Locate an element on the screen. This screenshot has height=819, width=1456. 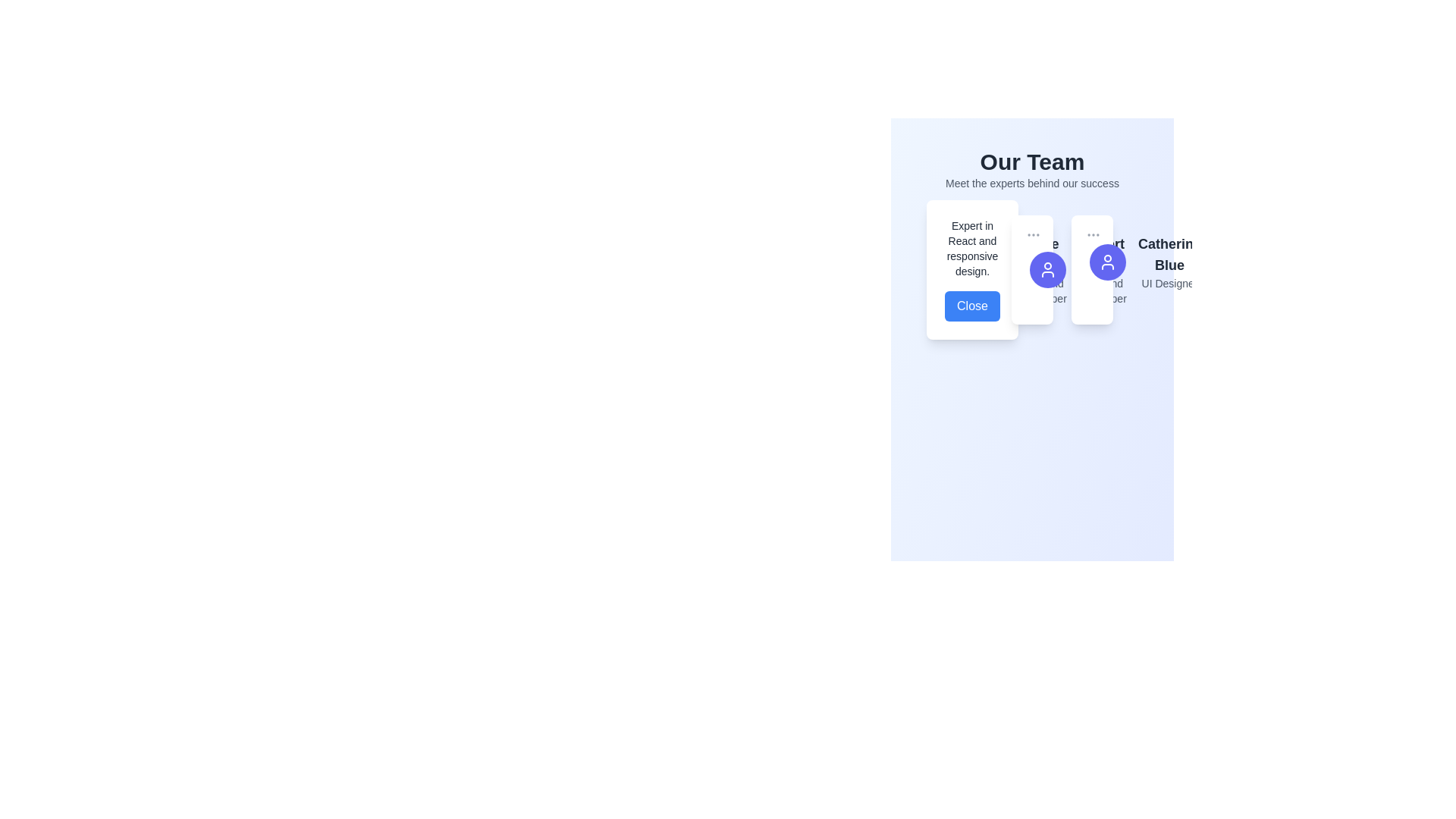
the decorative circular badge representing the user profile for 'Alice Green', positioned in the top-left corner of the team card is located at coordinates (987, 268).